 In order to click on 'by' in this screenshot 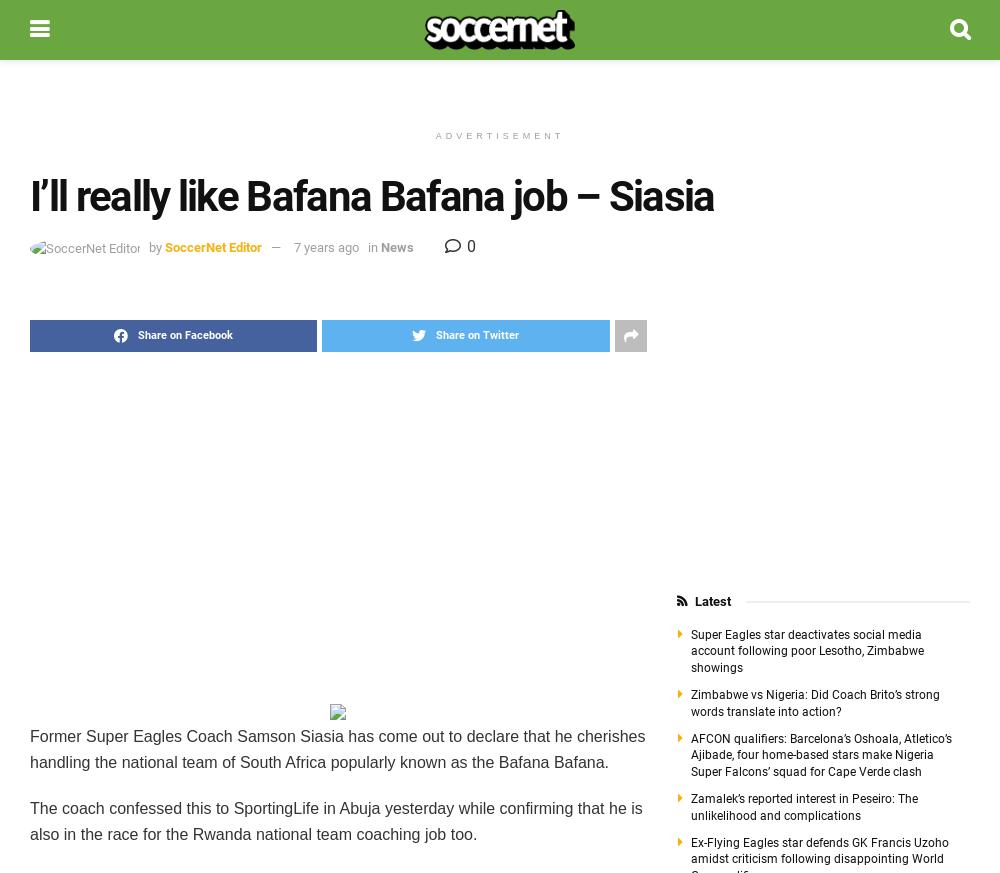, I will do `click(155, 246)`.